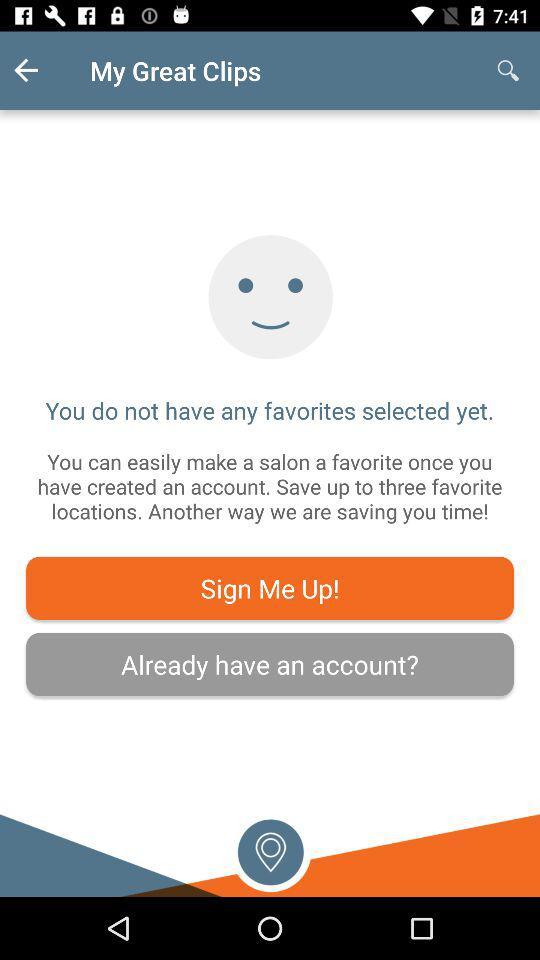 Image resolution: width=540 pixels, height=960 pixels. What do you see at coordinates (270, 588) in the screenshot?
I see `the item below you can easily item` at bounding box center [270, 588].